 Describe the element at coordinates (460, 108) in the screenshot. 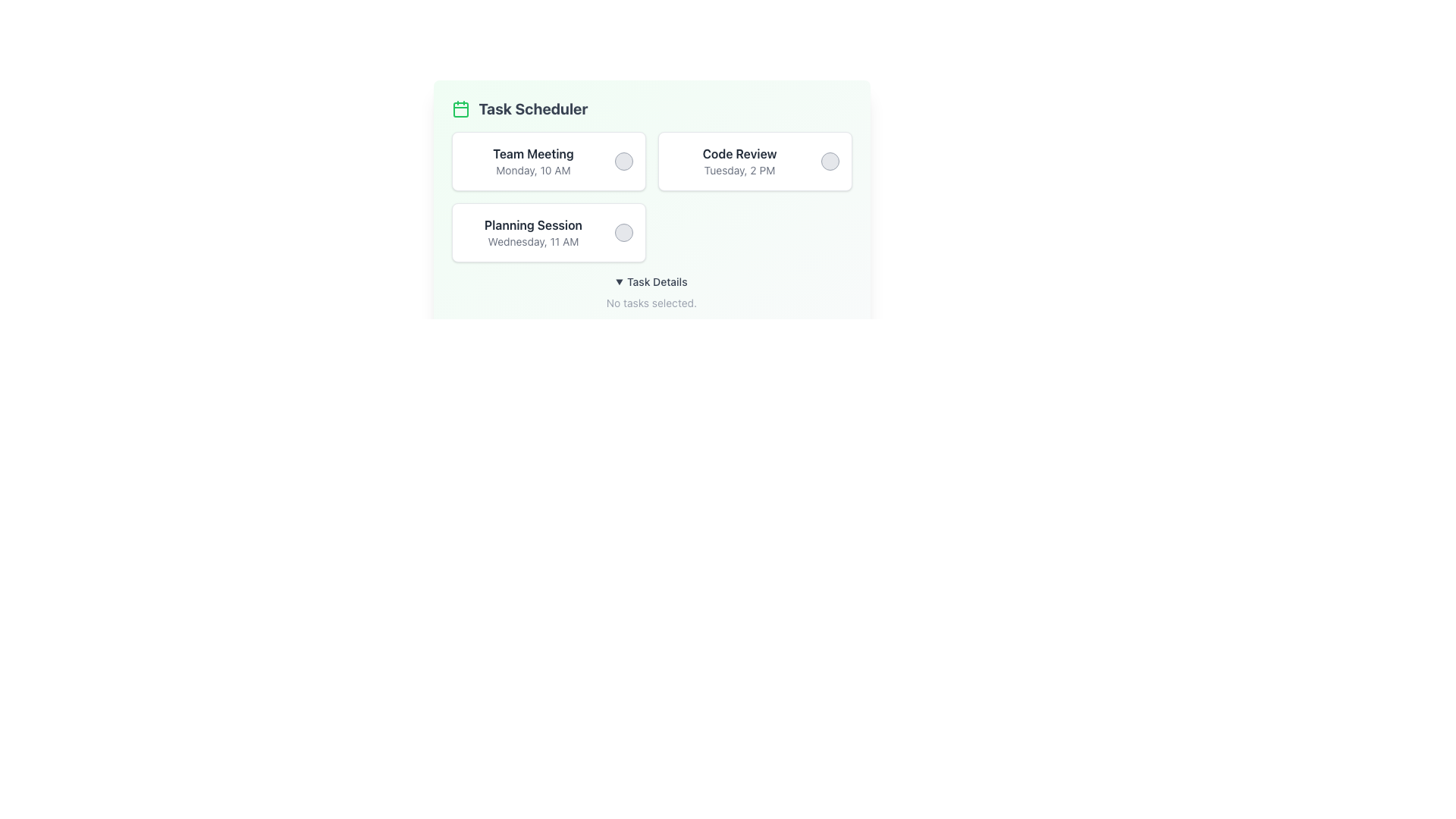

I see `the green calendar icon located to the left of the 'Task Scheduler' text` at that location.